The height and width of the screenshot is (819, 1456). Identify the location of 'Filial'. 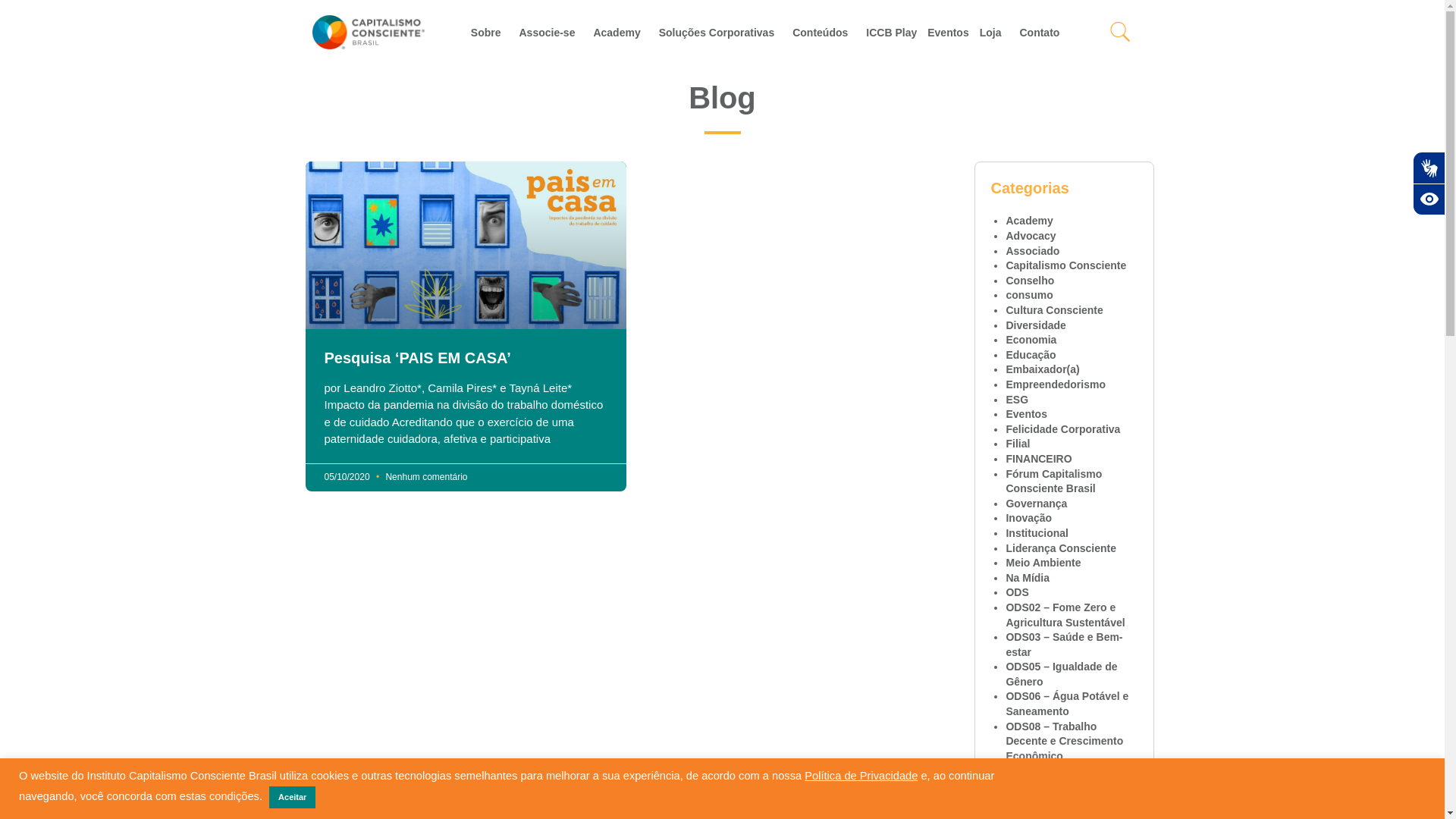
(1018, 444).